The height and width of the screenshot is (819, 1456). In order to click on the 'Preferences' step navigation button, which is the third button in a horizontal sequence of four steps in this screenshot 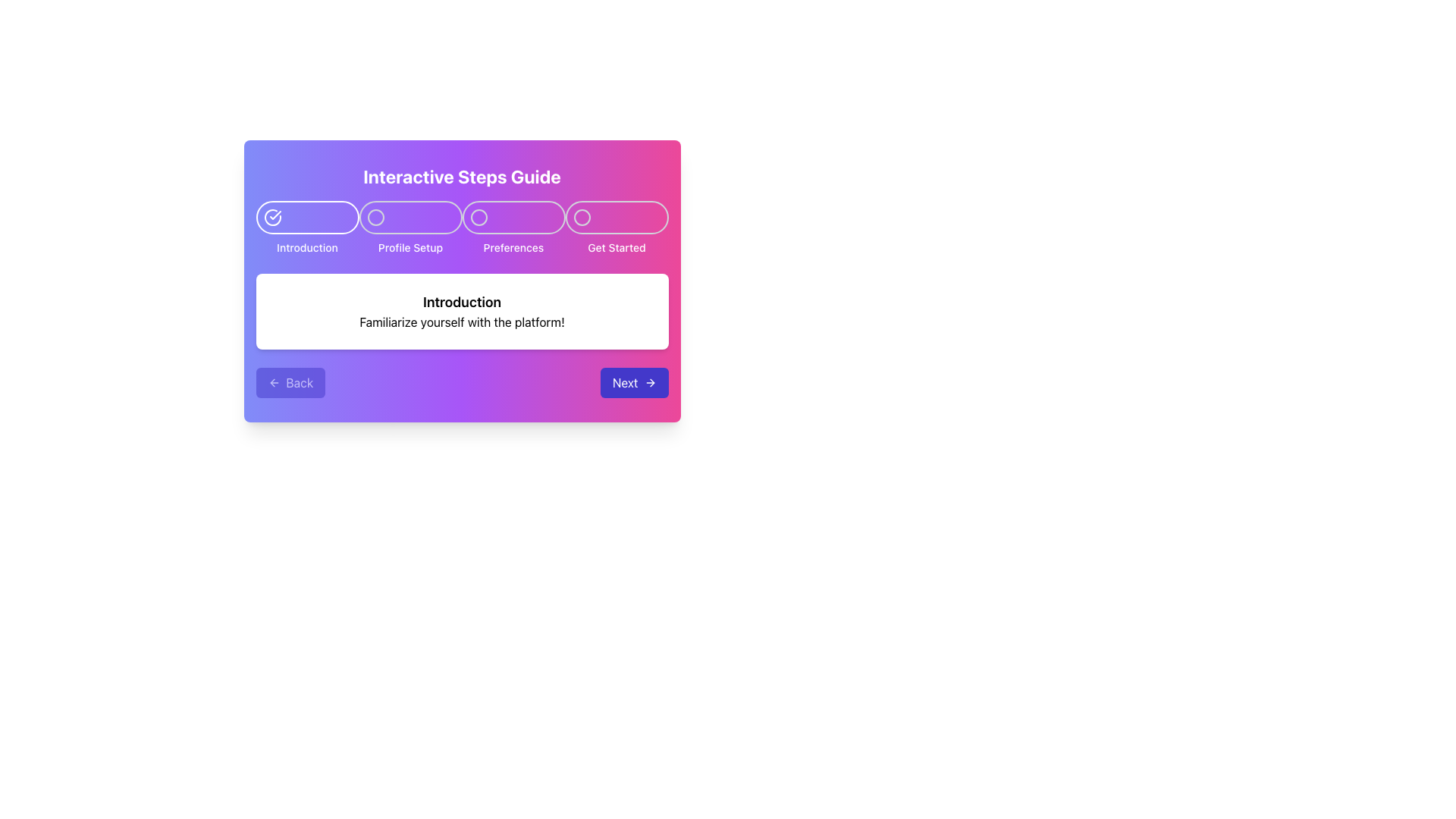, I will do `click(513, 227)`.